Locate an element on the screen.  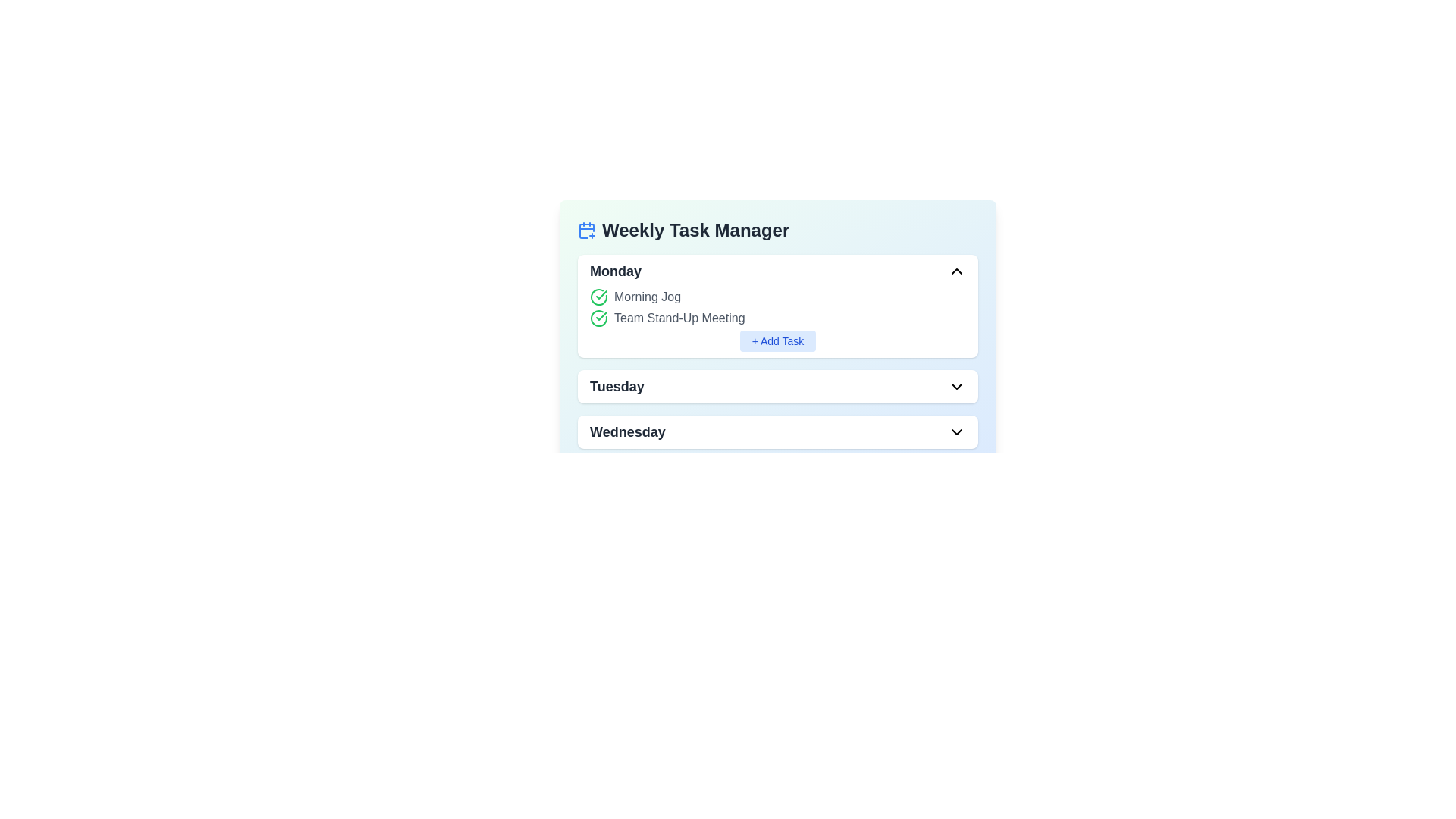
'+ Add Task' button under the 'Monday' section is located at coordinates (778, 341).